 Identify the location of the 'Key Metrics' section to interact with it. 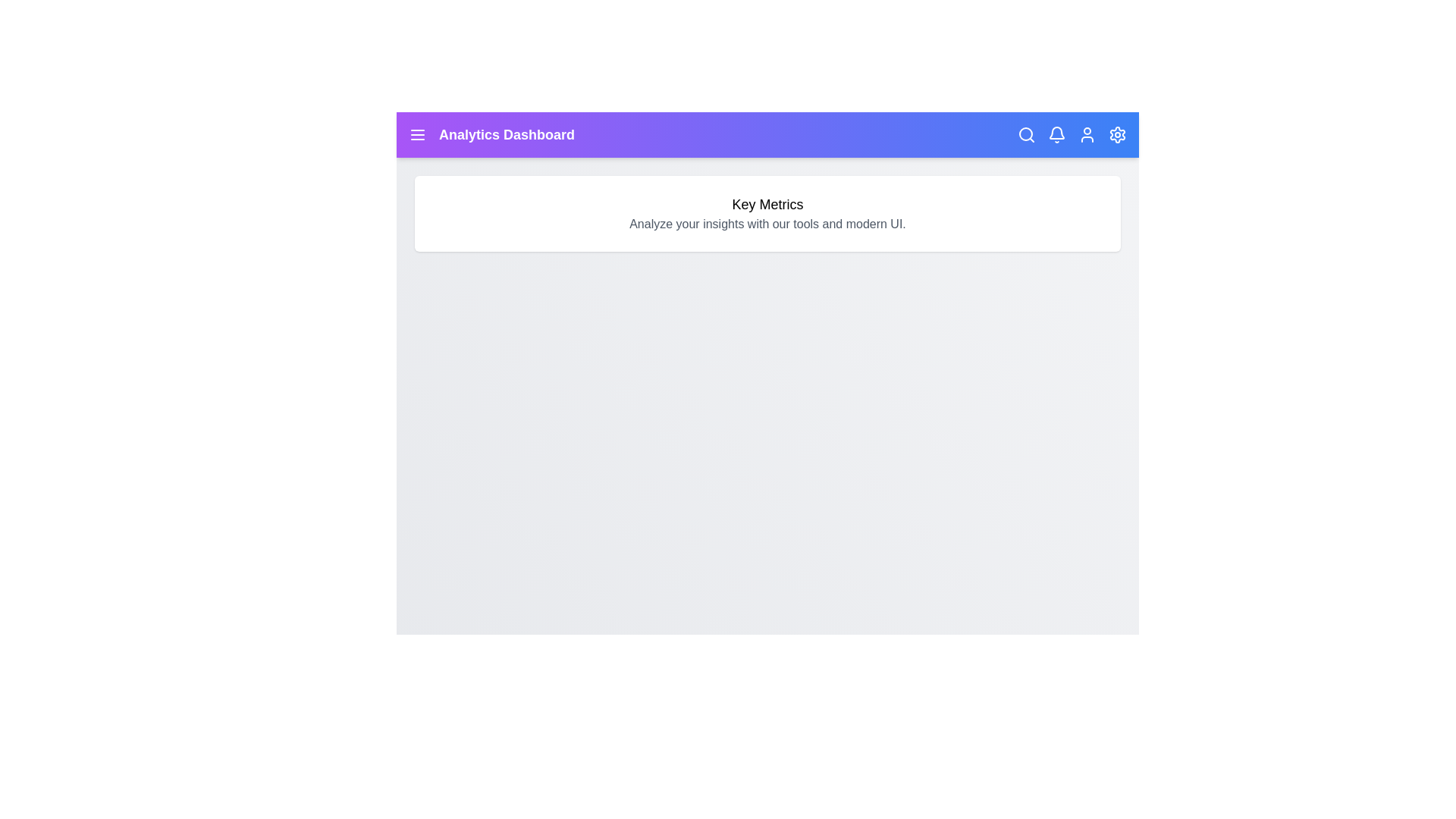
(767, 213).